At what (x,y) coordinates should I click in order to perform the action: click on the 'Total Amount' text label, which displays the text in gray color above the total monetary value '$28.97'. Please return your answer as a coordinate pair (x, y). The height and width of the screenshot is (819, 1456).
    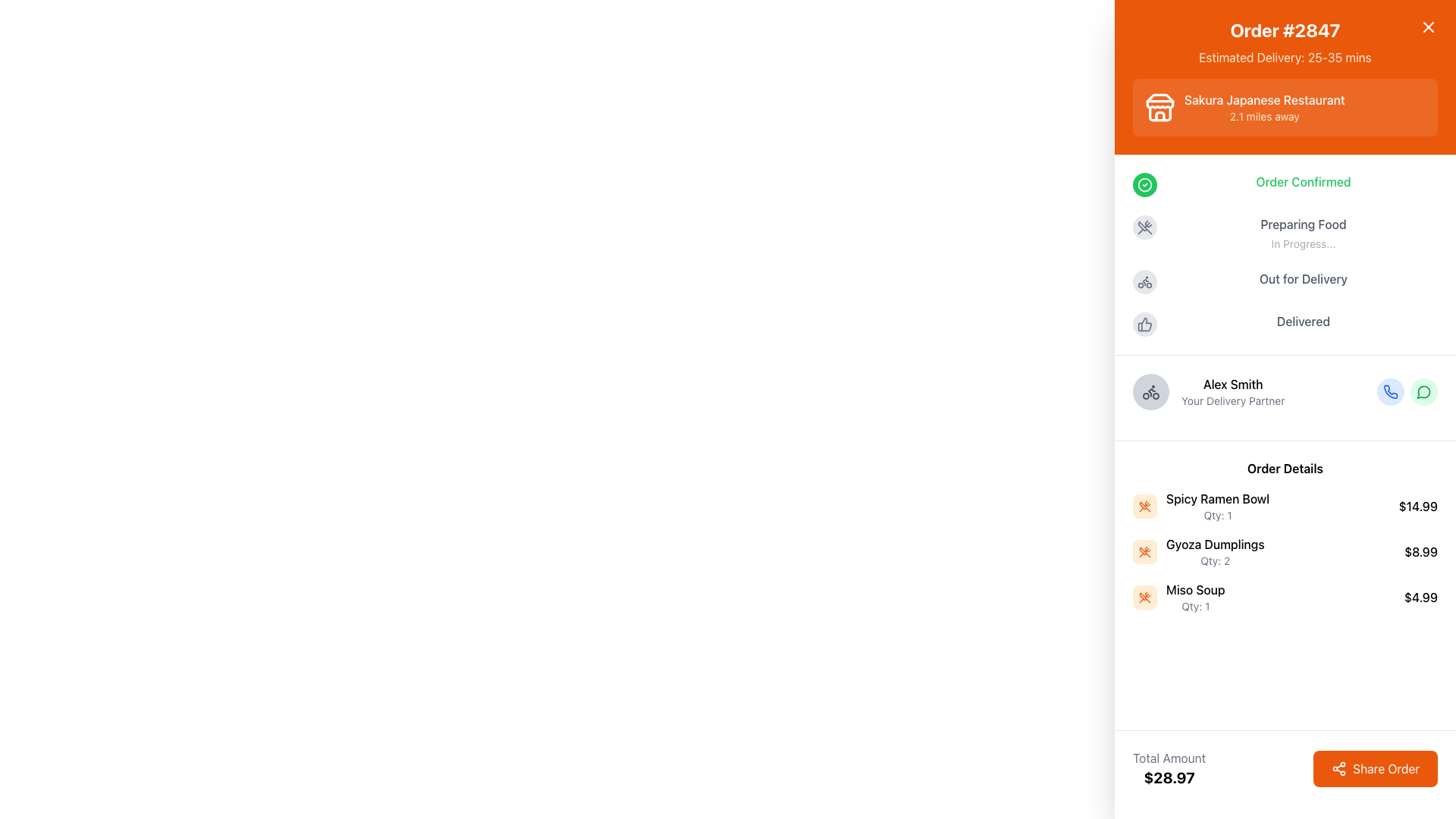
    Looking at the image, I should click on (1169, 758).